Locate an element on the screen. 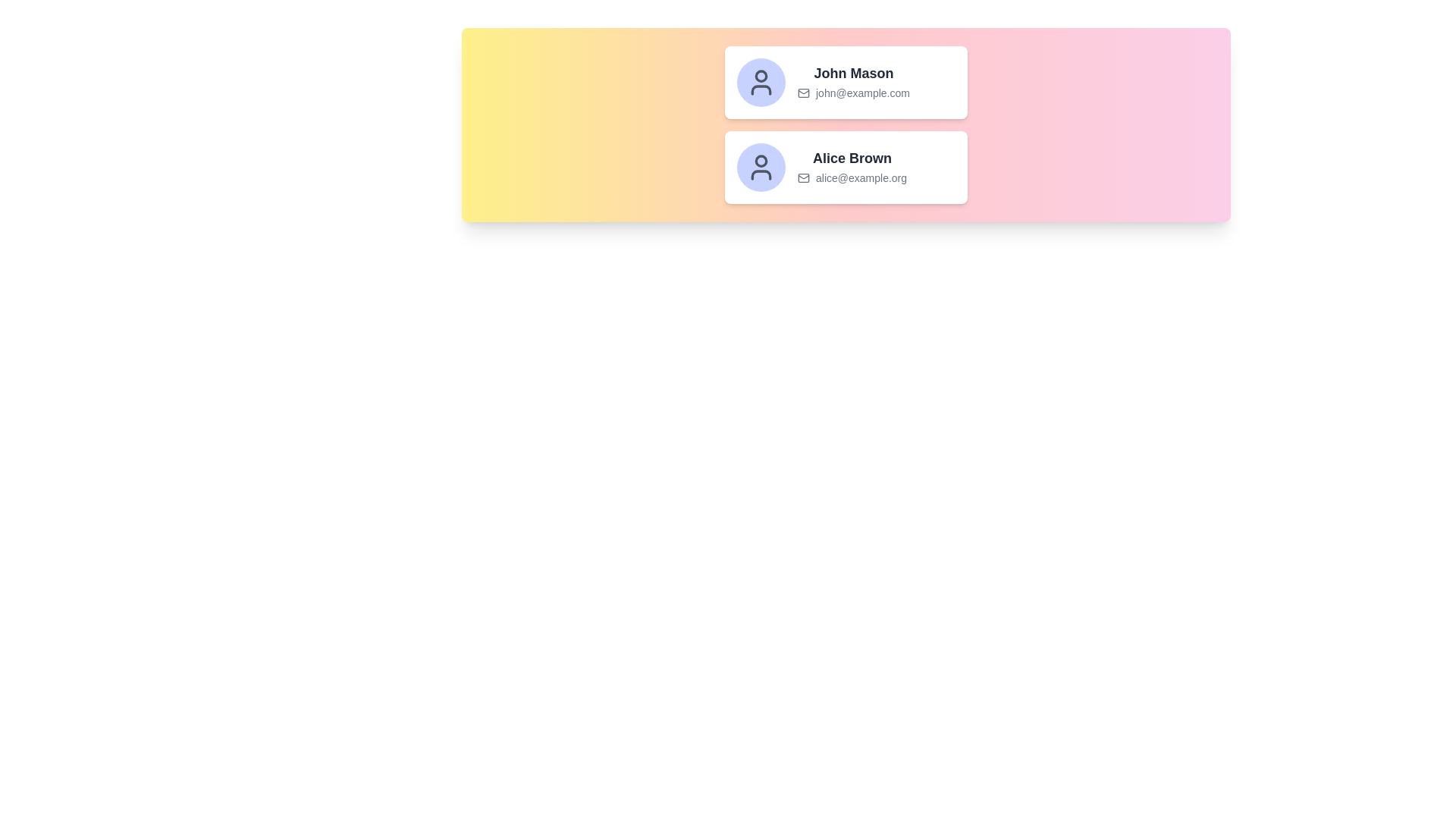 The height and width of the screenshot is (819, 1456). the internal rectangular shape with rounded corners of the envelope icon located to the left of 'Alice Brown' and 'alice@example.org' is located at coordinates (803, 177).